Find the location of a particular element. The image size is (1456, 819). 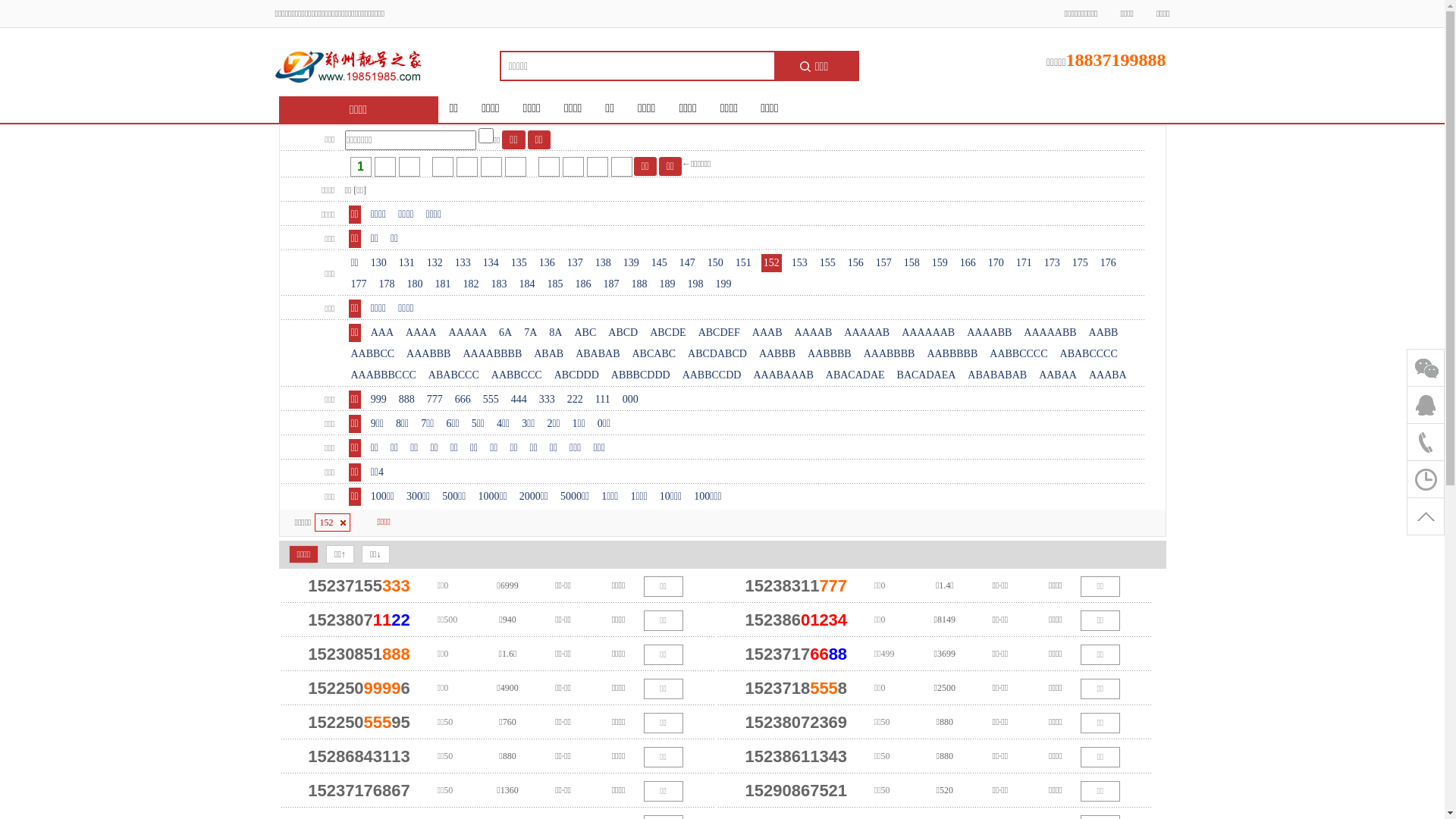

'134' is located at coordinates (491, 262).